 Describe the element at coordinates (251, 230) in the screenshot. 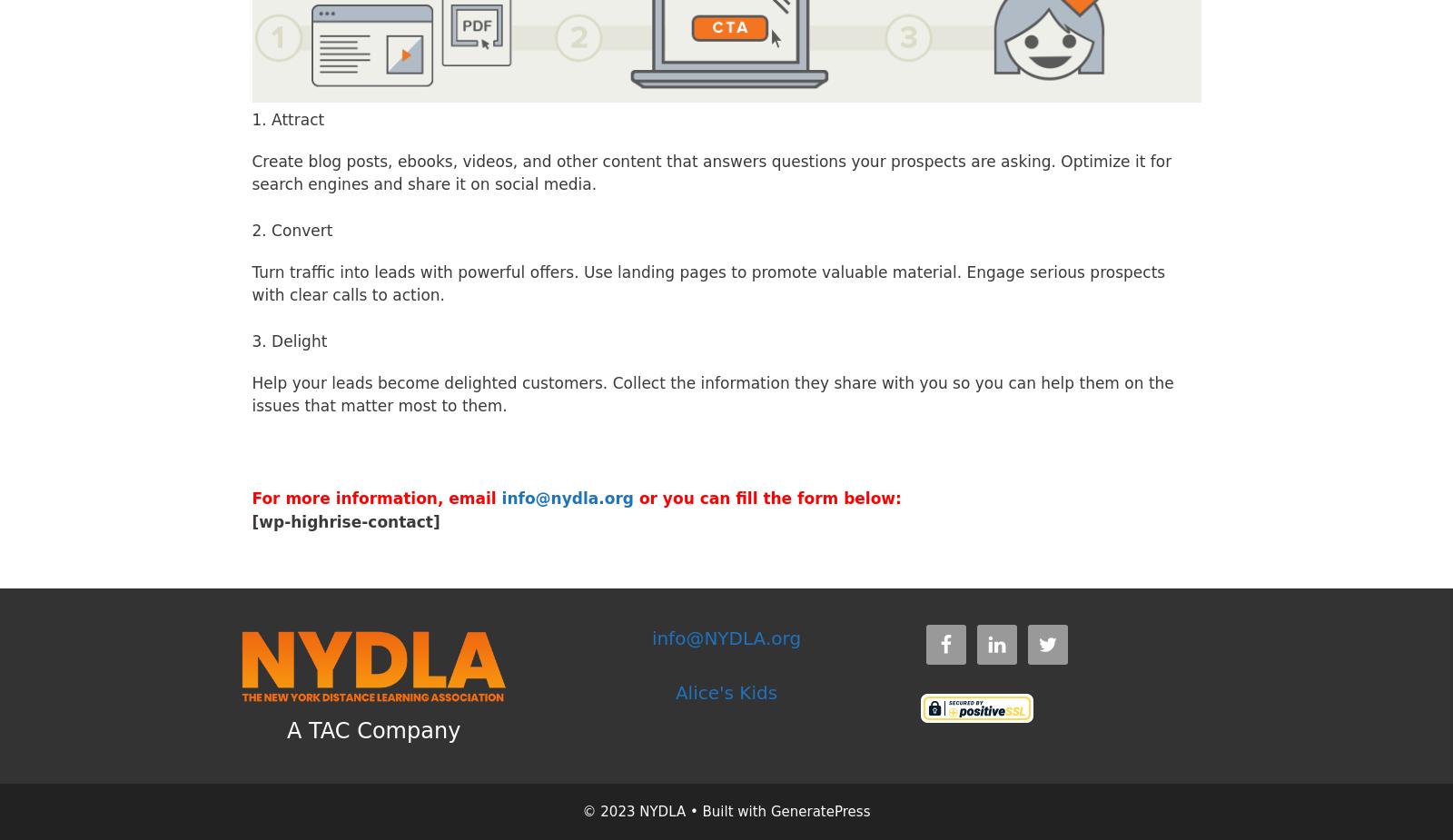

I see `'2. Convert'` at that location.